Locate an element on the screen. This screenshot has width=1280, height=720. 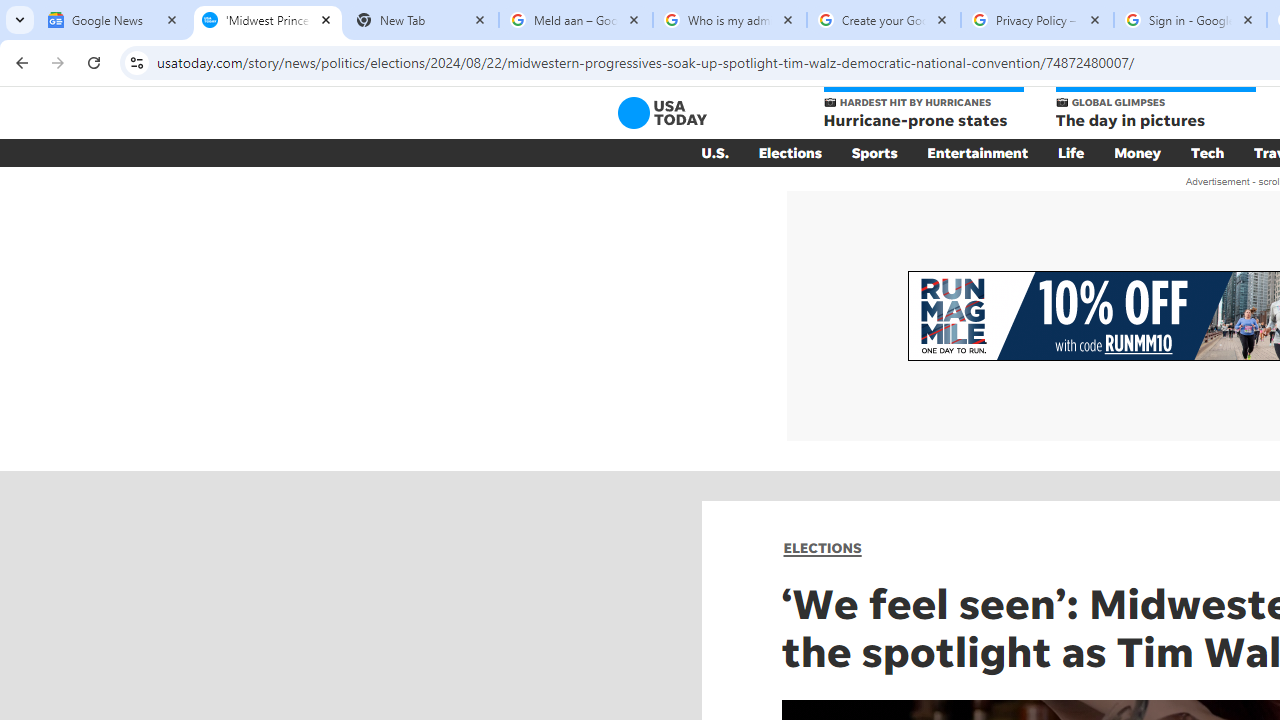
'Sports' is located at coordinates (874, 152).